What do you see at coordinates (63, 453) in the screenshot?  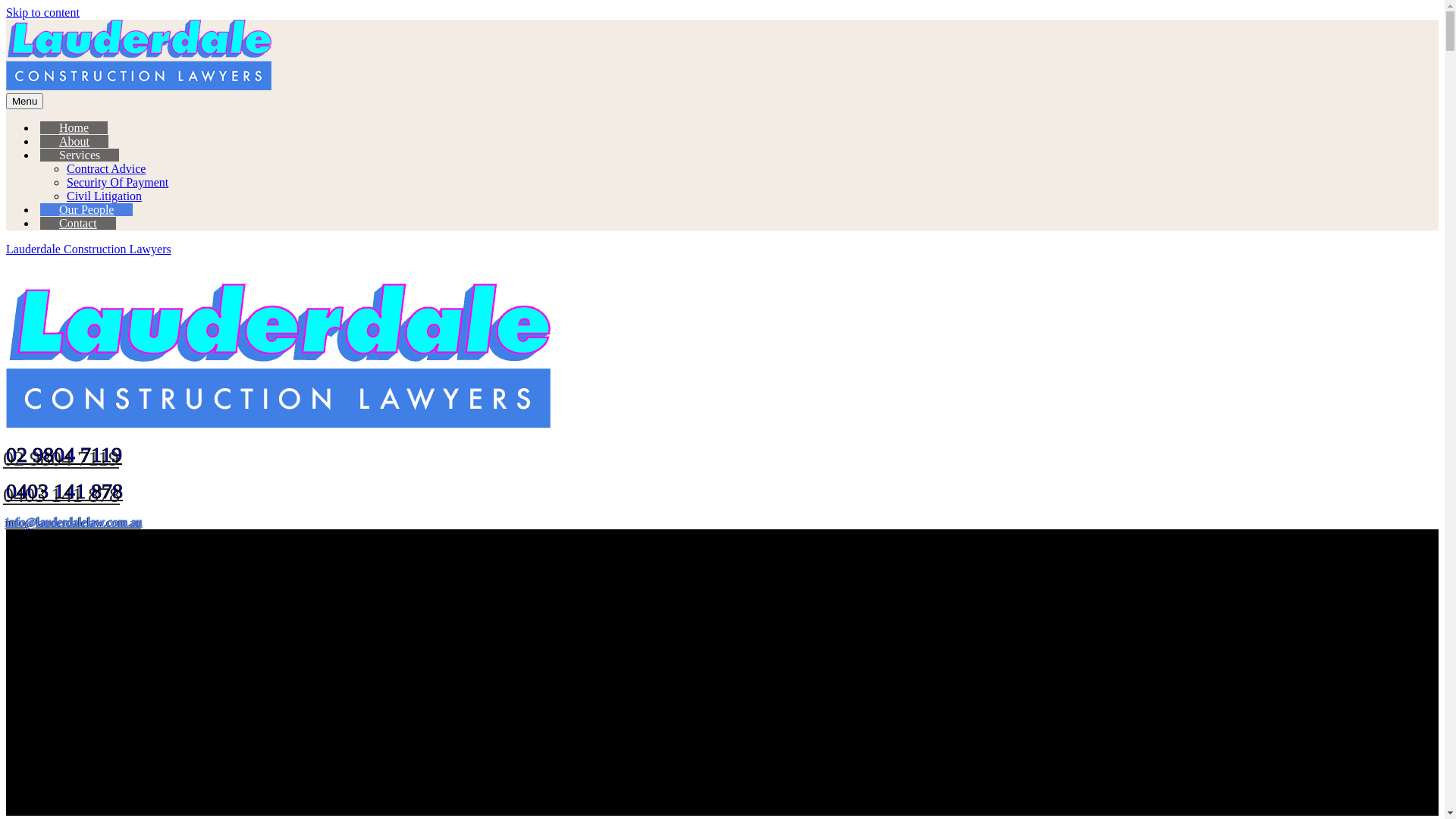 I see `'02 9804 7119'` at bounding box center [63, 453].